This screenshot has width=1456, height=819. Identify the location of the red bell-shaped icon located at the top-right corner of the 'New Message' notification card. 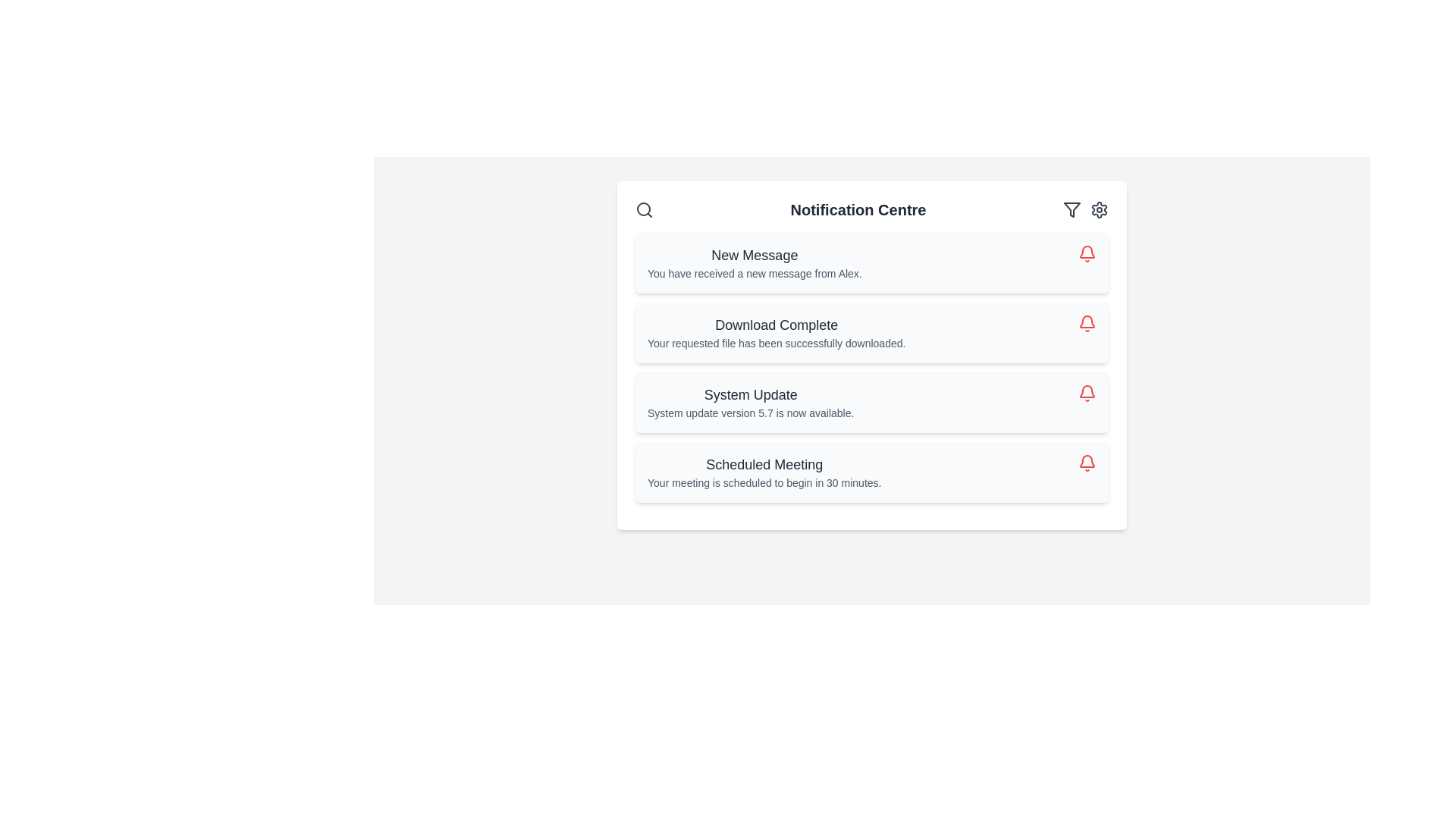
(1087, 253).